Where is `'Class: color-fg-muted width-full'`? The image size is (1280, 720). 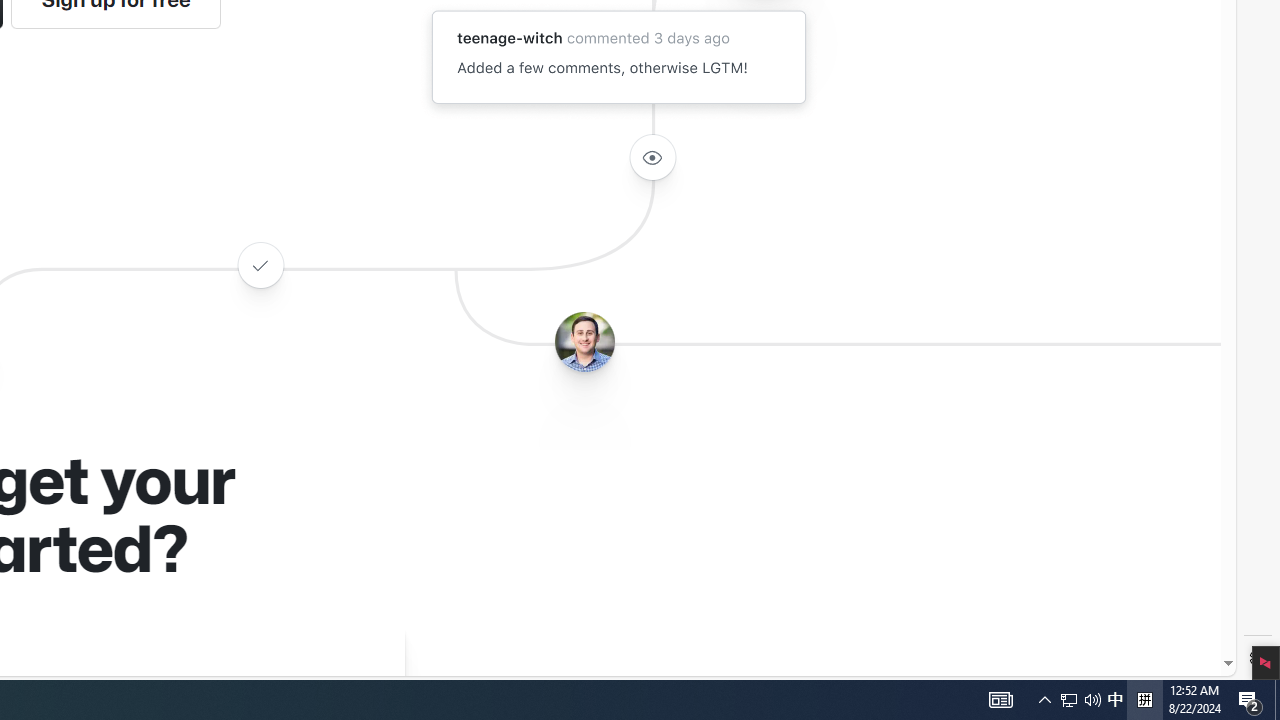
'Class: color-fg-muted width-full' is located at coordinates (259, 264).